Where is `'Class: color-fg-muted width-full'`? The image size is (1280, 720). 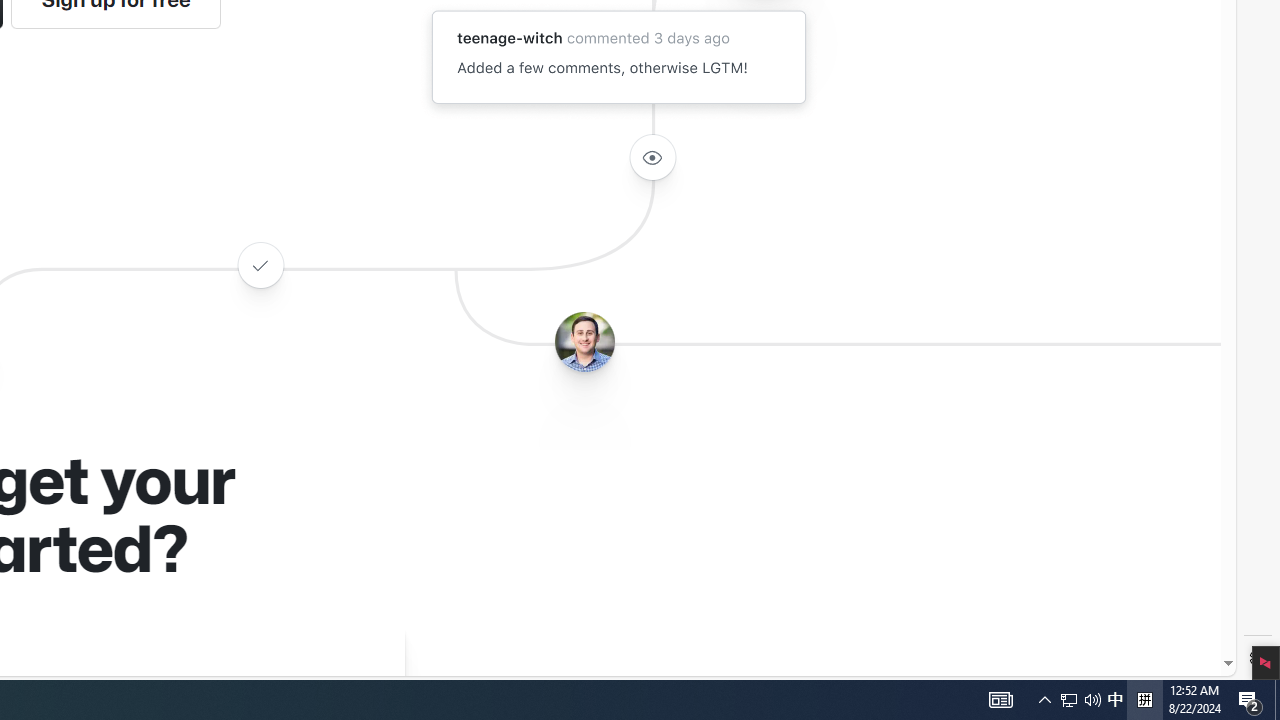
'Class: color-fg-muted width-full' is located at coordinates (259, 264).